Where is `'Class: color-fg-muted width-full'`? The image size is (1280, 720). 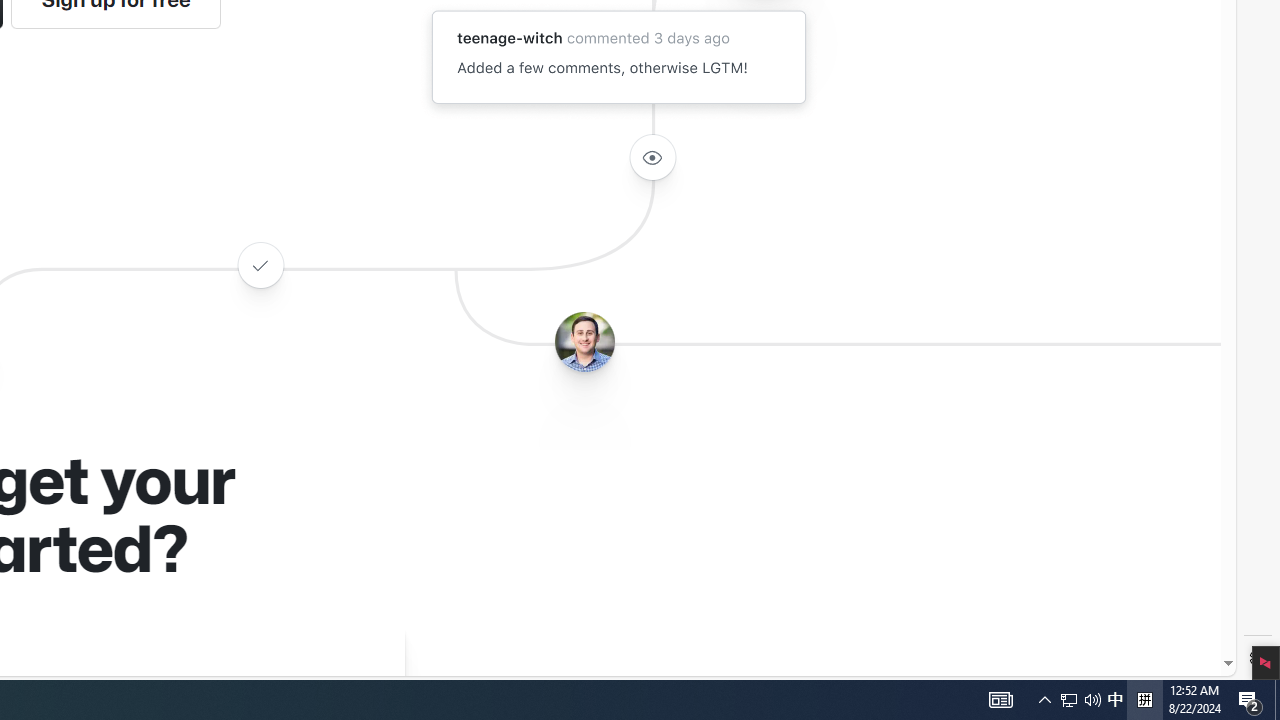
'Class: color-fg-muted width-full' is located at coordinates (259, 264).